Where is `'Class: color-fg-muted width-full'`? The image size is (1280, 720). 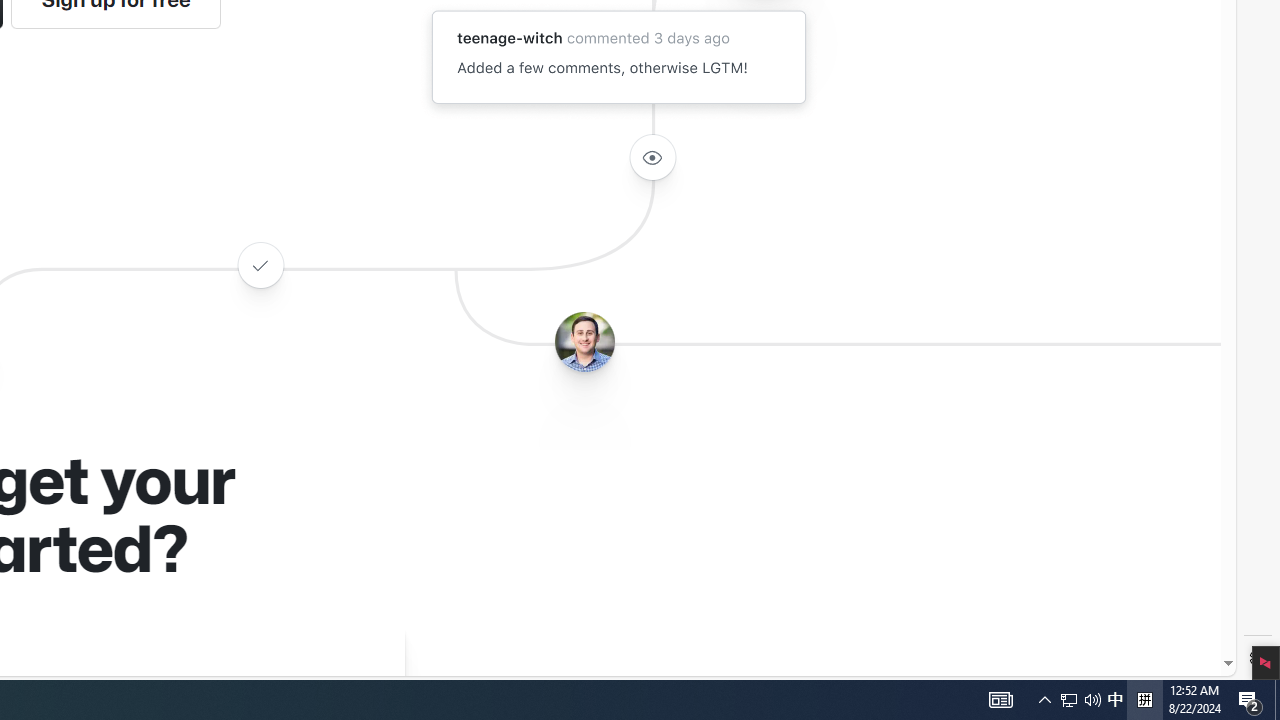
'Class: color-fg-muted width-full' is located at coordinates (259, 264).